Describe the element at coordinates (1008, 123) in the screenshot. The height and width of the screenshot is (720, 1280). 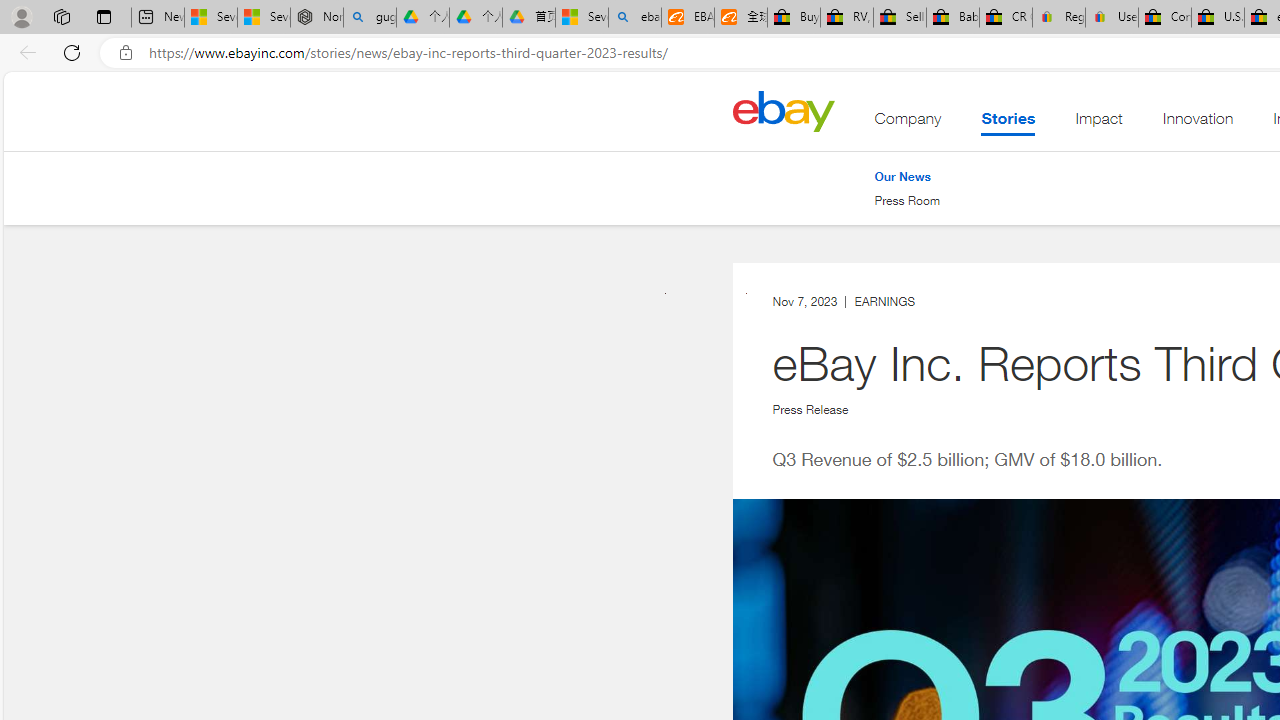
I see `'Stories'` at that location.